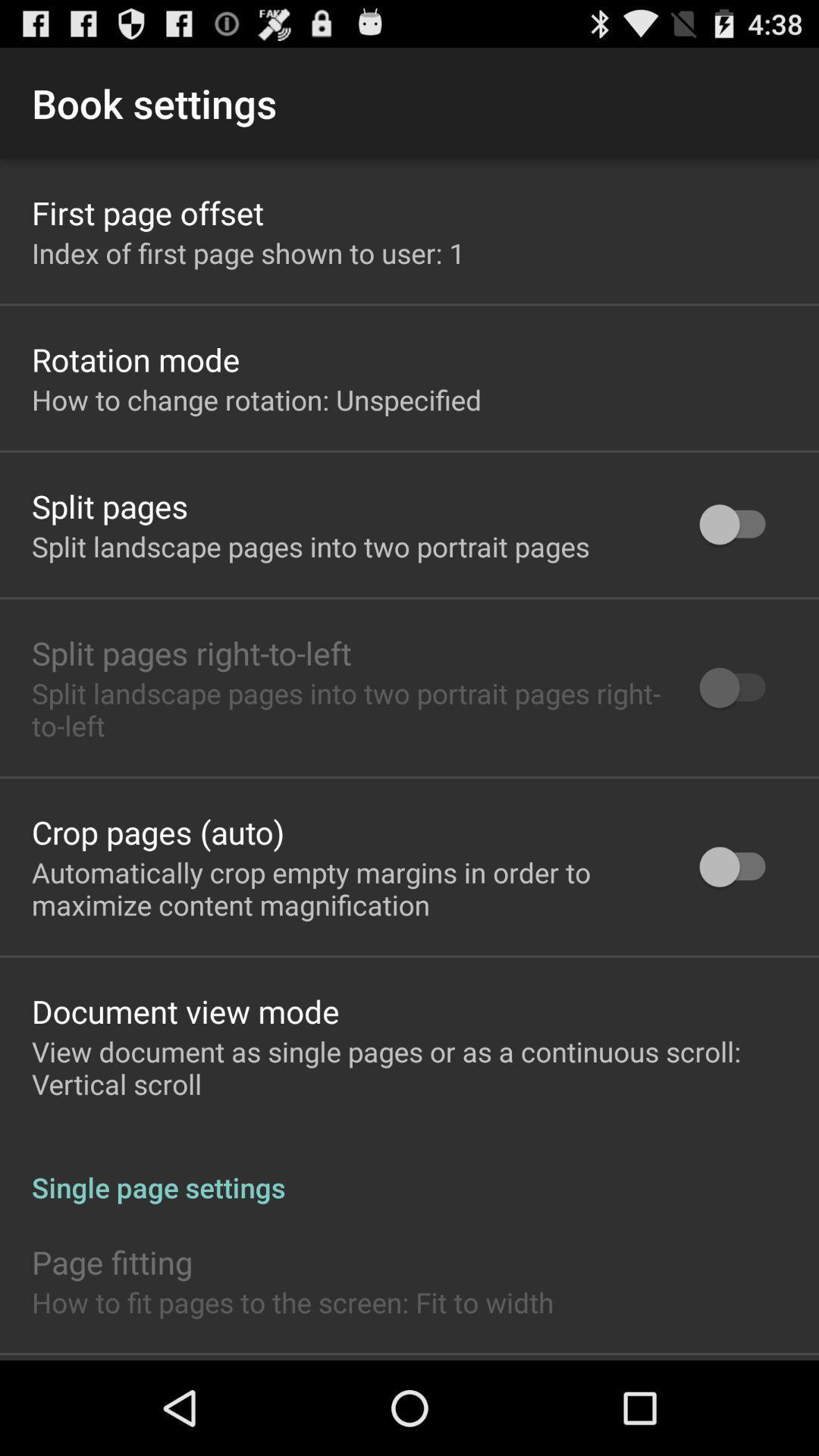 This screenshot has width=819, height=1456. What do you see at coordinates (247, 253) in the screenshot?
I see `item above the rotation mode` at bounding box center [247, 253].